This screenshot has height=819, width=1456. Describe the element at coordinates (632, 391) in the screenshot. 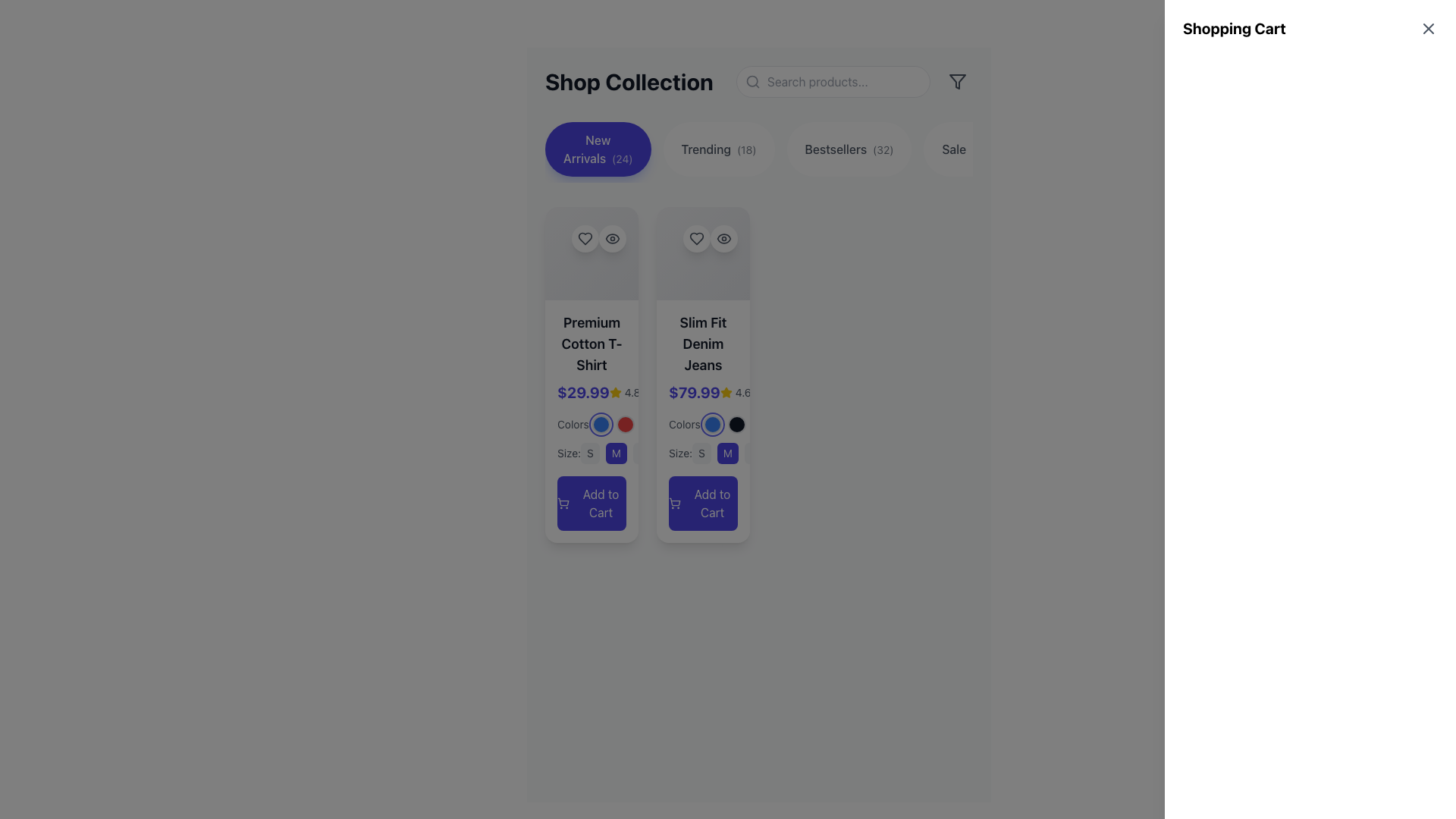

I see `the Text label displaying the numeric rating value, which is positioned next to a yellow star icon within a product card in the shop collection section` at that location.